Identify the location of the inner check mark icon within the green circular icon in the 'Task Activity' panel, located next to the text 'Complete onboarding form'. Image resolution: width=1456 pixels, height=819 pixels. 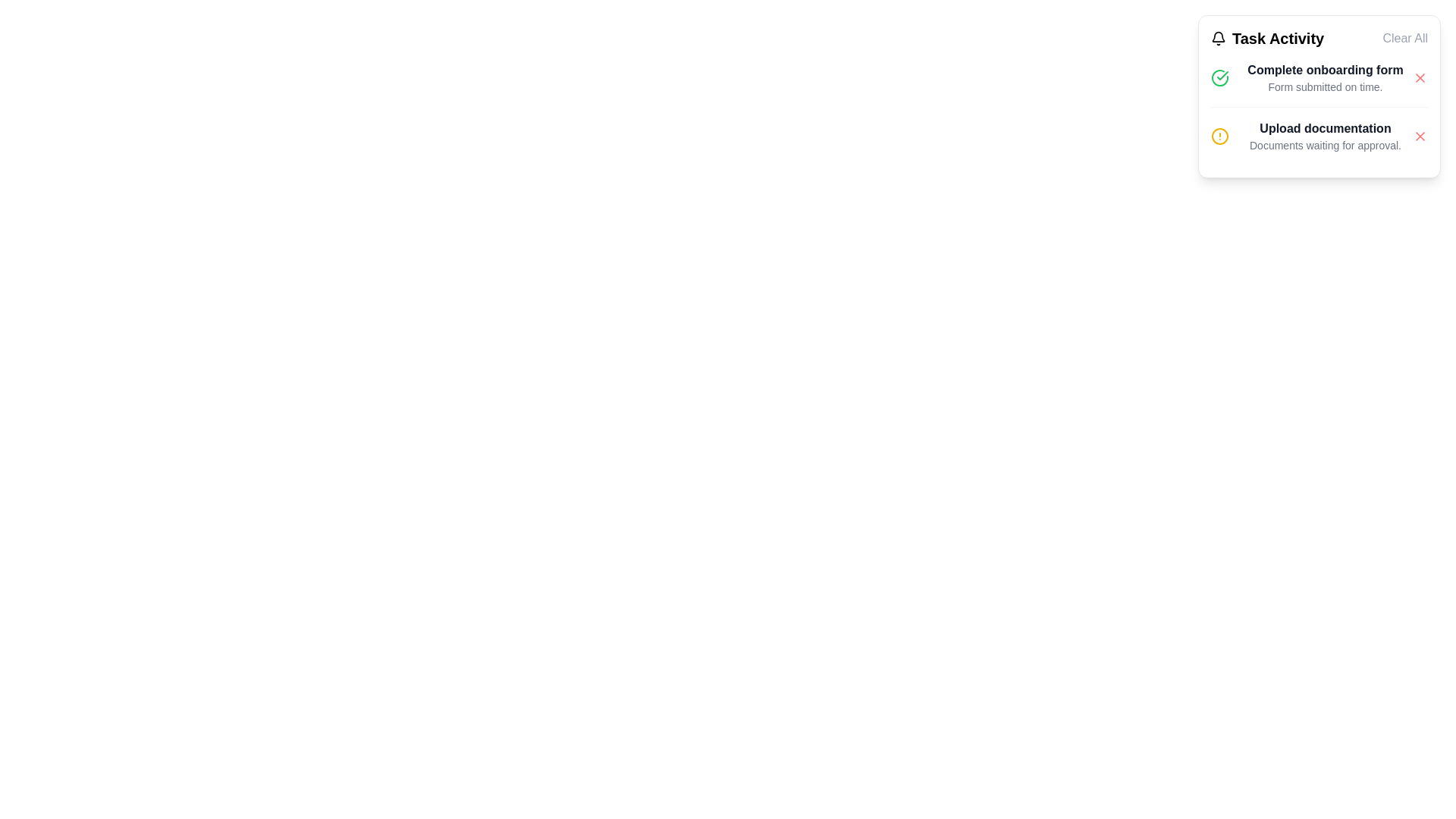
(1222, 76).